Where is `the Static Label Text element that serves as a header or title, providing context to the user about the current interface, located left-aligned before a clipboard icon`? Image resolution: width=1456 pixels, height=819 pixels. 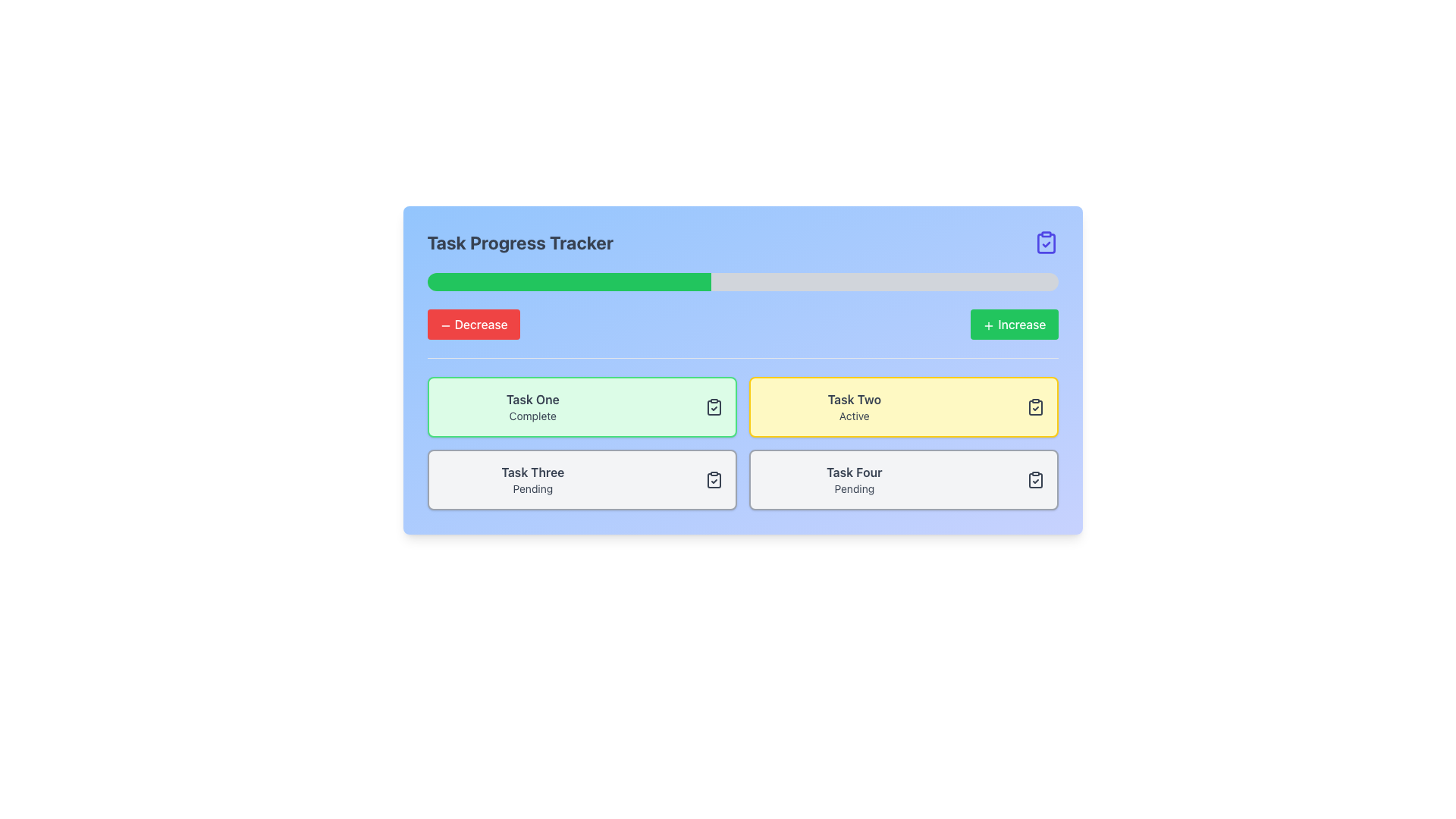
the Static Label Text element that serves as a header or title, providing context to the user about the current interface, located left-aligned before a clipboard icon is located at coordinates (520, 242).